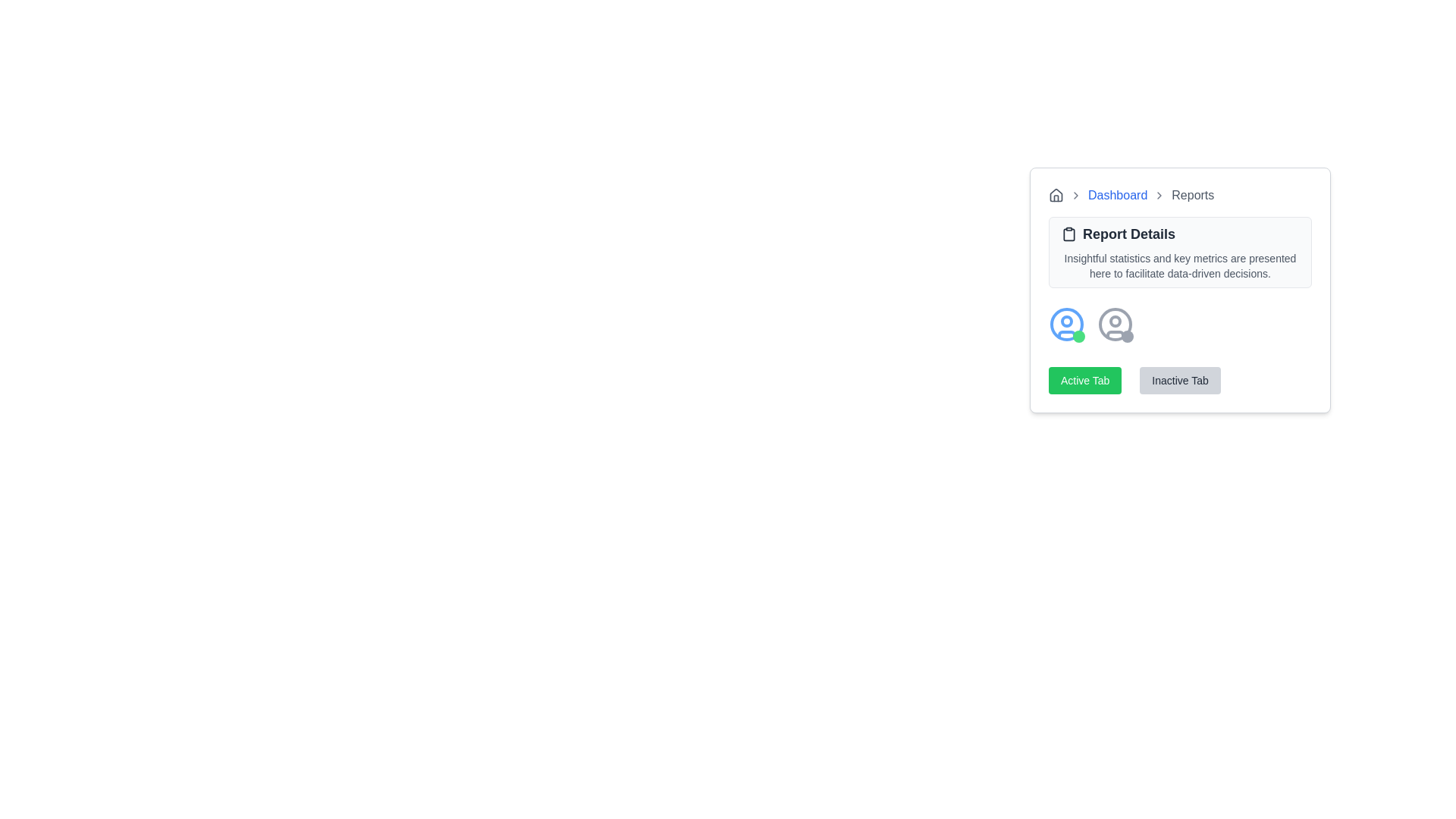  I want to click on the 'Dashboard' hyperlink, which is styled in bold blue text and is the second item in the breadcrumb navigation, so click(1117, 195).